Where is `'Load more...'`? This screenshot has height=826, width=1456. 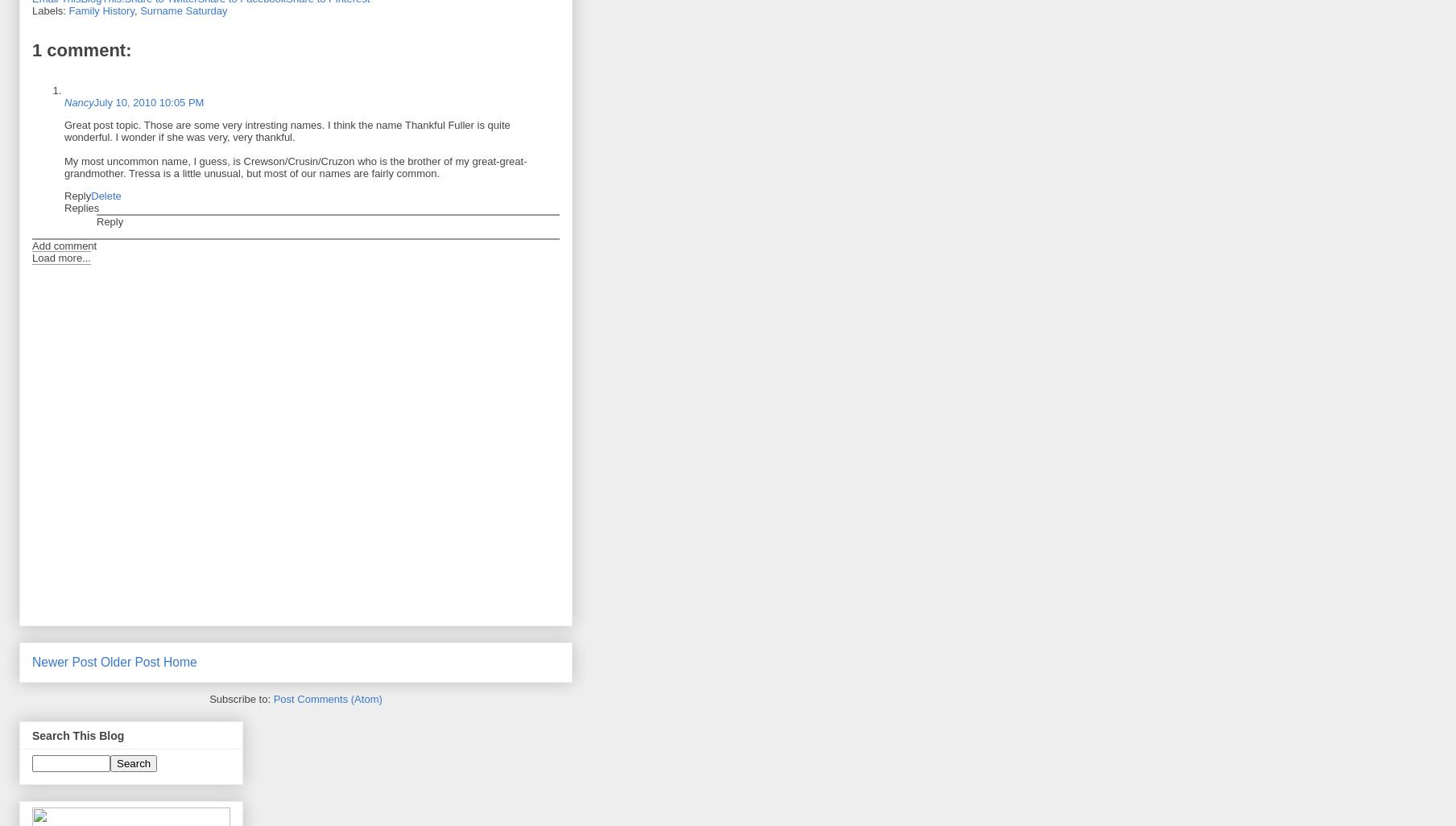 'Load more...' is located at coordinates (31, 258).